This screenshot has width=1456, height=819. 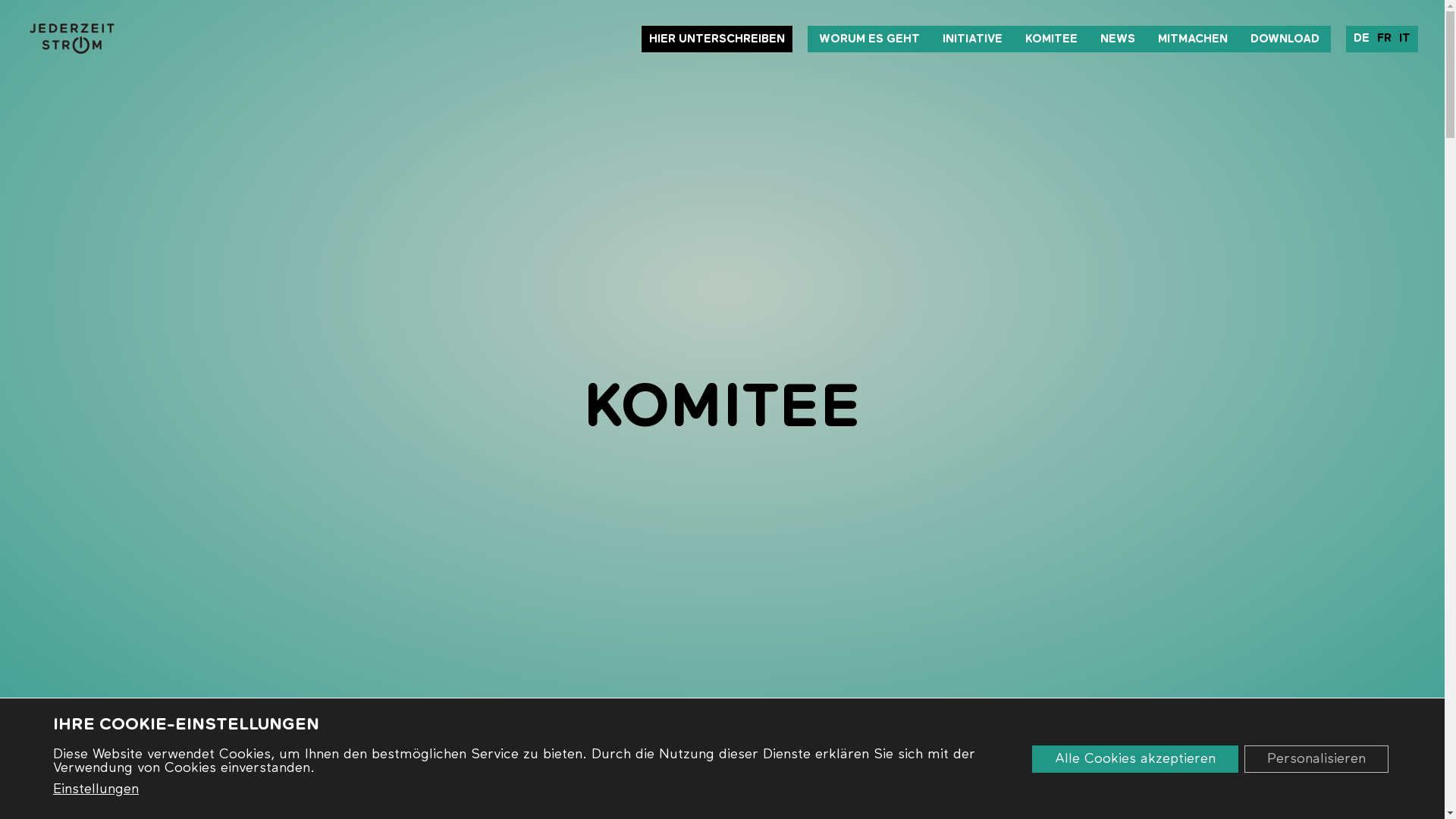 What do you see at coordinates (641, 38) in the screenshot?
I see `'HIER UNTERSCHREIBEN'` at bounding box center [641, 38].